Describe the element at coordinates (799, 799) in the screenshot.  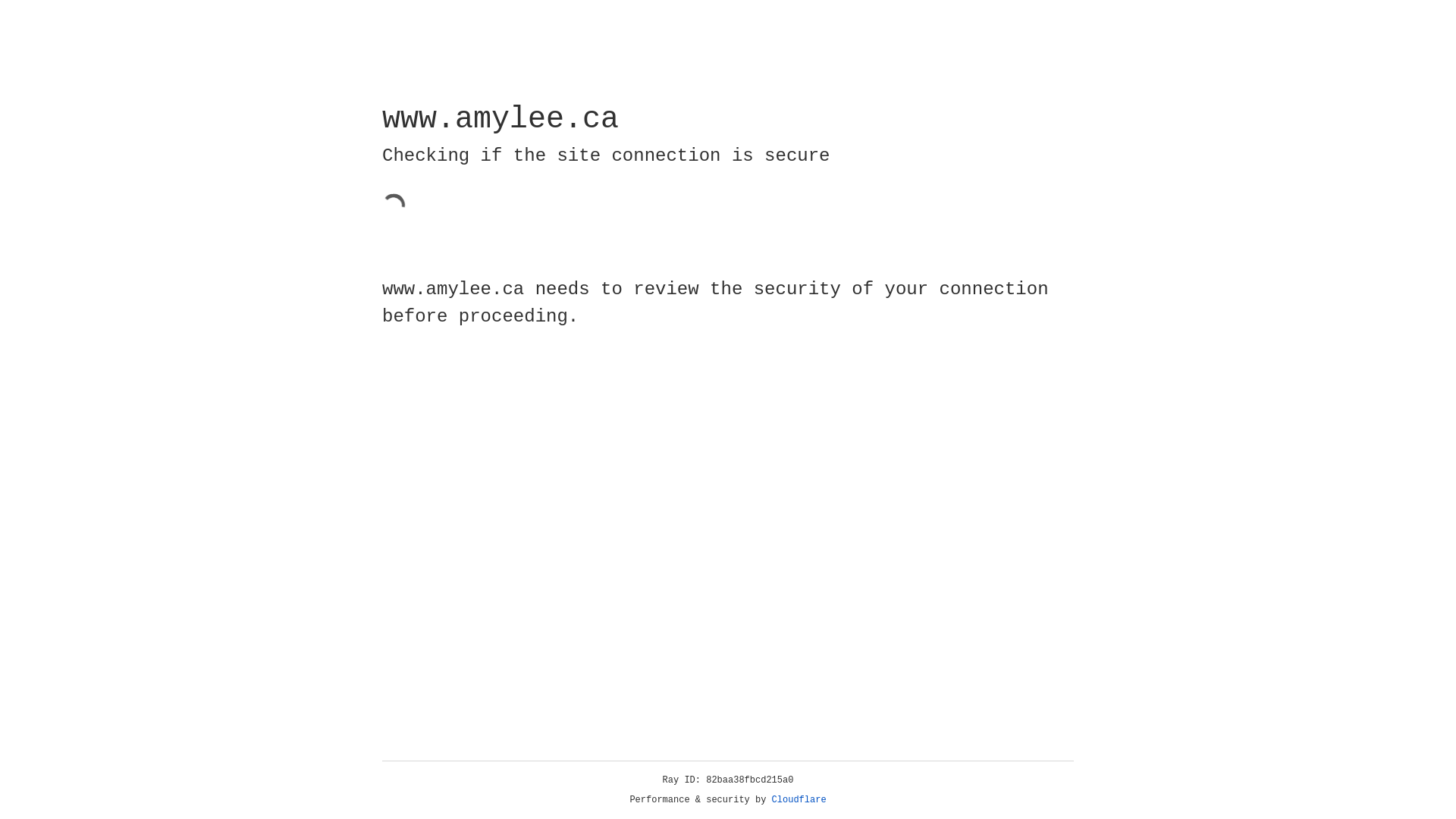
I see `'Cloudflare'` at that location.